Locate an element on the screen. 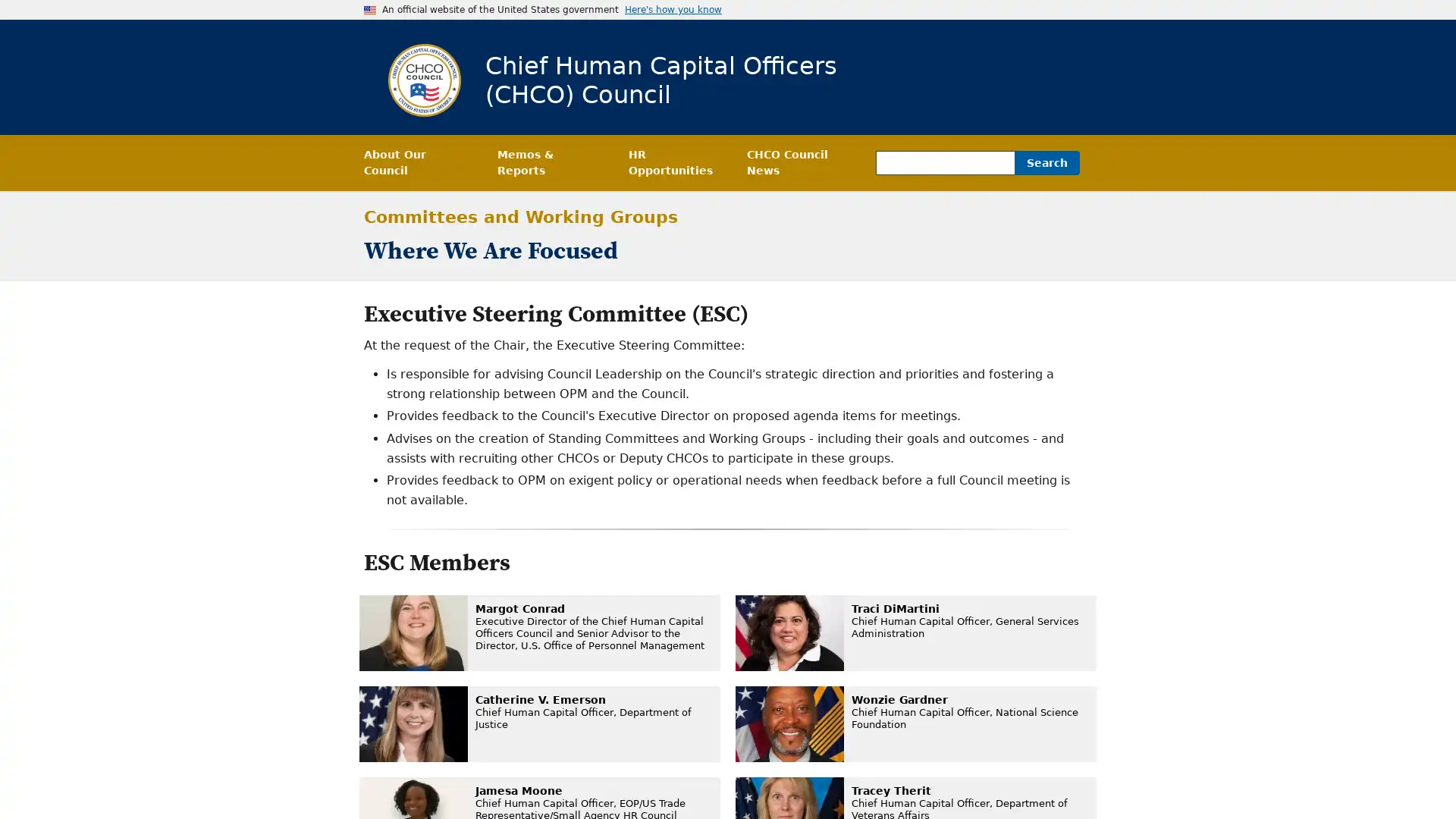  Memos & Reports is located at coordinates (549, 163).